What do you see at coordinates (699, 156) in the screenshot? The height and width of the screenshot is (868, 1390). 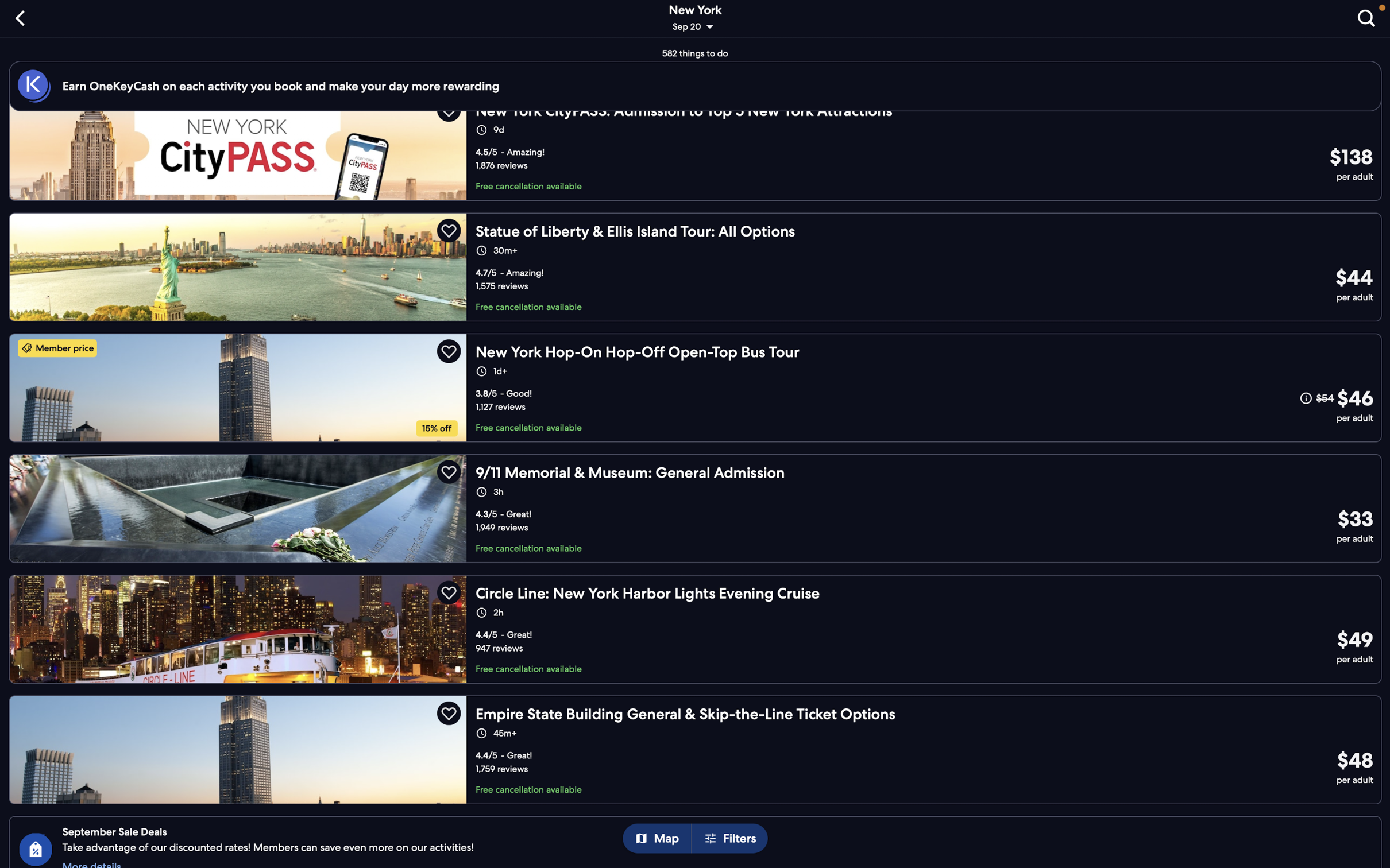 I see `the "citypass newyork" option to view available packages` at bounding box center [699, 156].